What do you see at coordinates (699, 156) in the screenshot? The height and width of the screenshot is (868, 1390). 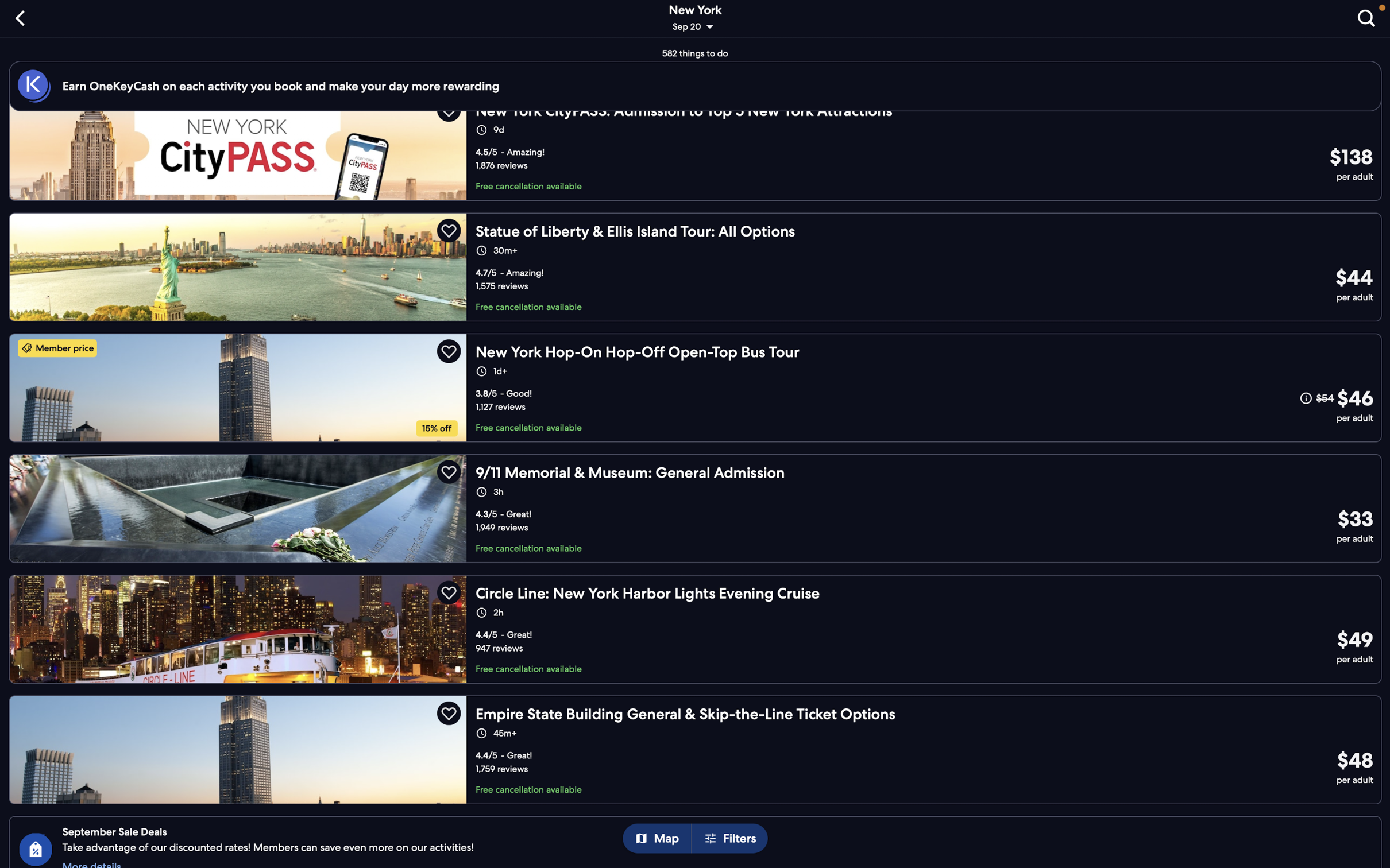 I see `the "citypass newyork" option to view available packages` at bounding box center [699, 156].